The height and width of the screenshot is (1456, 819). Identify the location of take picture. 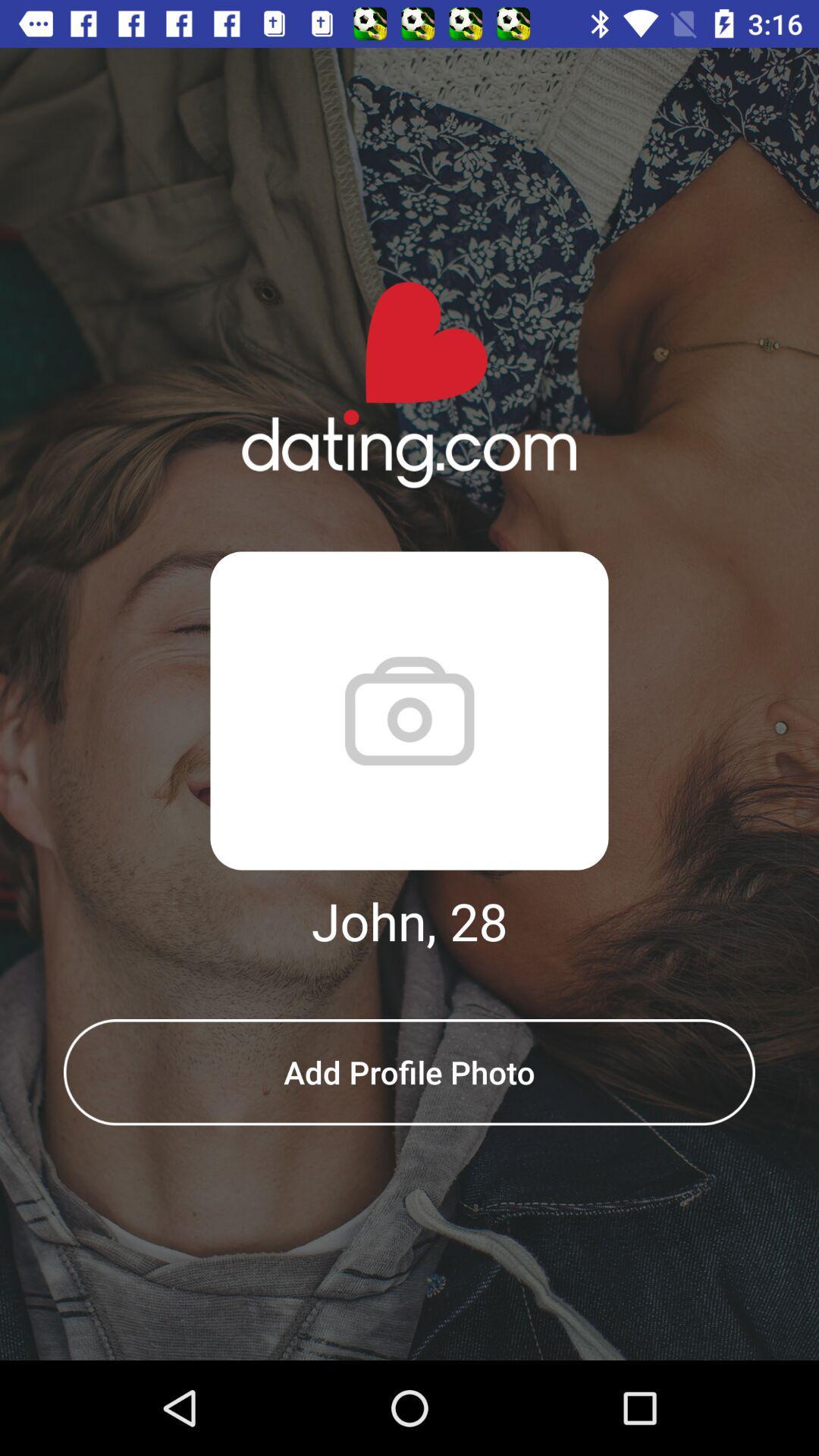
(409, 710).